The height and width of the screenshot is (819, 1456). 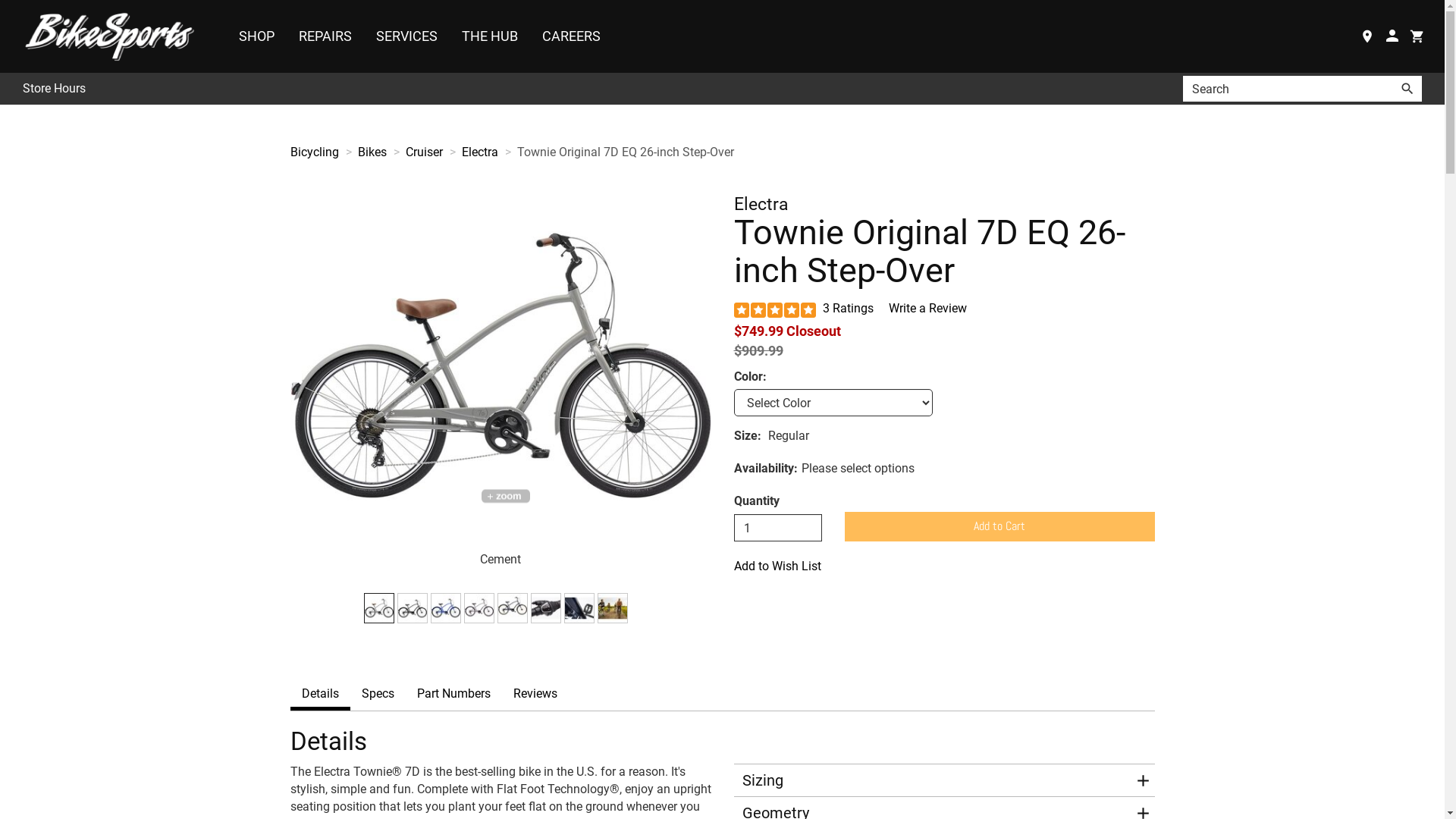 I want to click on 'Part Numbers', so click(x=452, y=694).